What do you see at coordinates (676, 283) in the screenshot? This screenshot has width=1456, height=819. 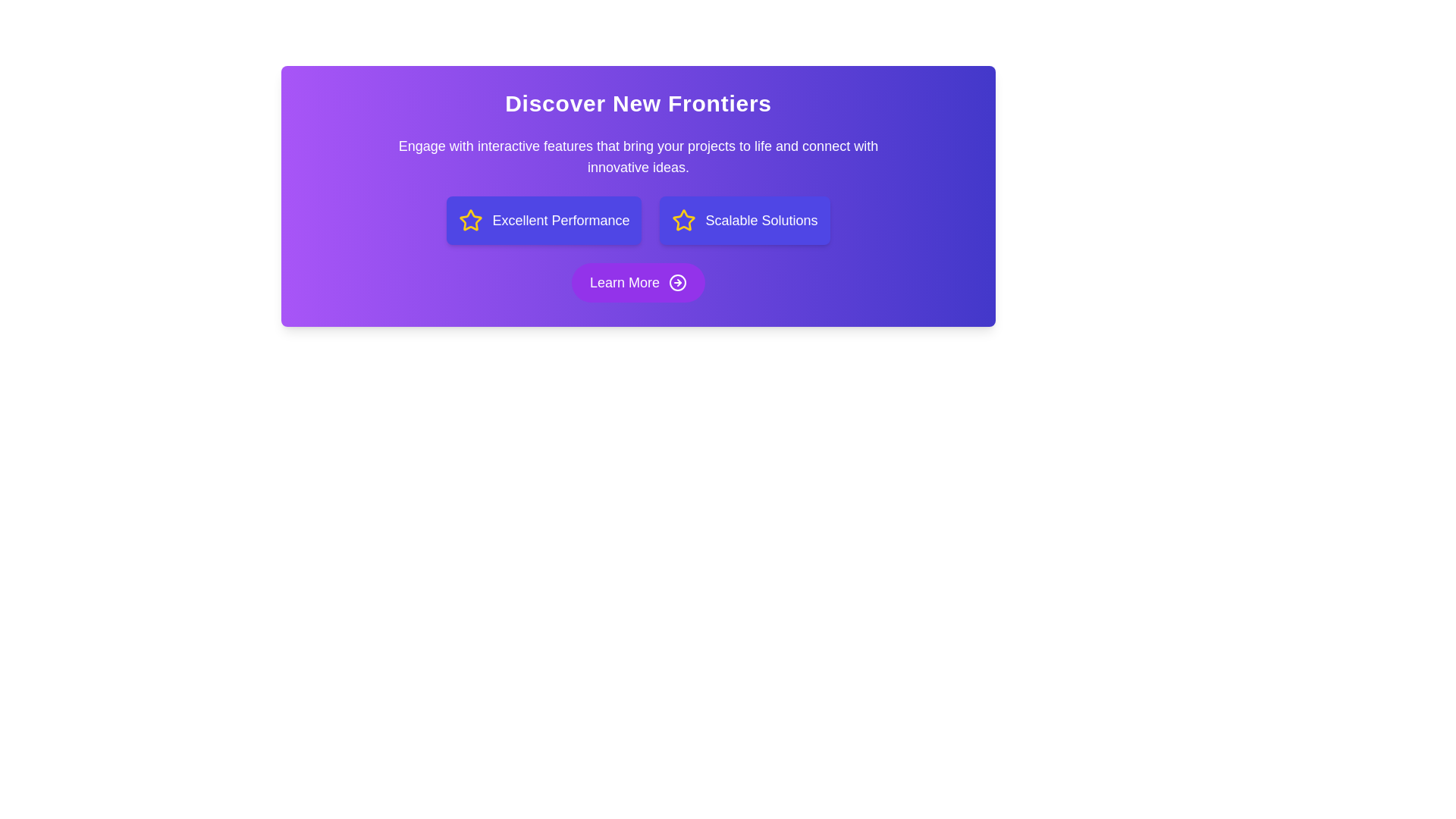 I see `the circular icon with an outward-pointing arrow, which is positioned to the right side of the 'Learn More' button at the bottom center of the main content area` at bounding box center [676, 283].